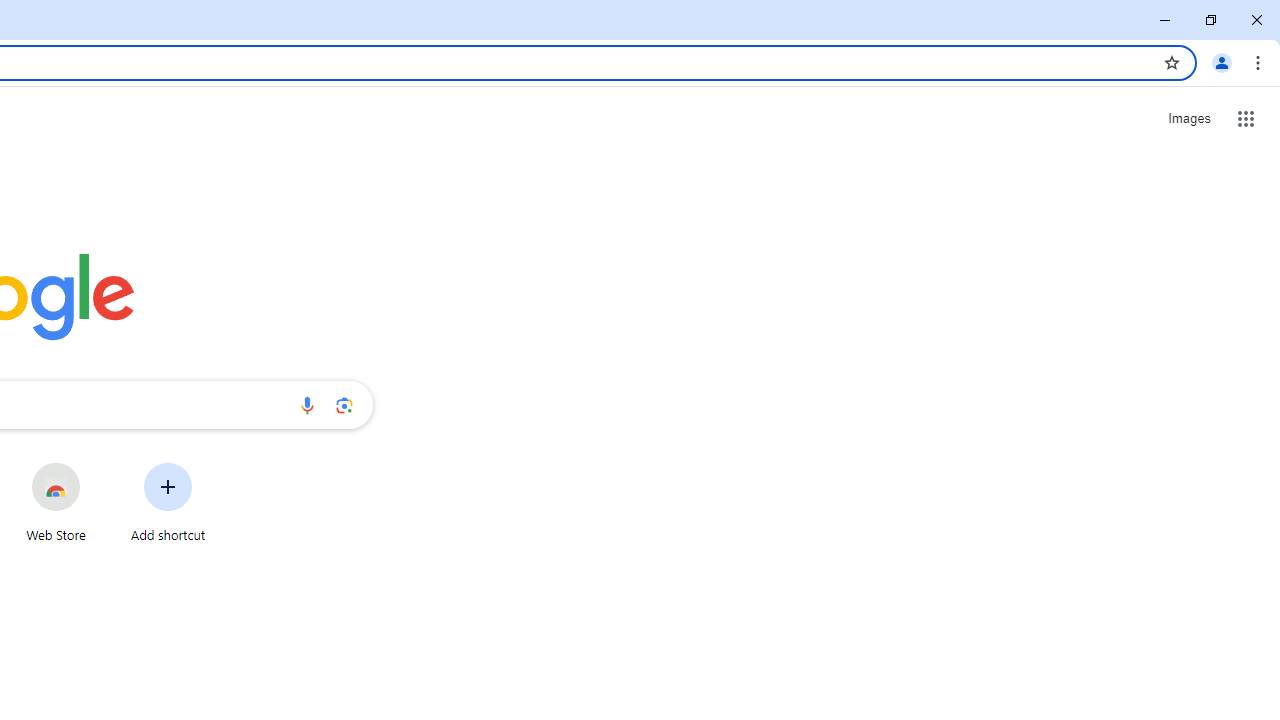  I want to click on 'More actions for Web Store shortcut', so click(95, 464).